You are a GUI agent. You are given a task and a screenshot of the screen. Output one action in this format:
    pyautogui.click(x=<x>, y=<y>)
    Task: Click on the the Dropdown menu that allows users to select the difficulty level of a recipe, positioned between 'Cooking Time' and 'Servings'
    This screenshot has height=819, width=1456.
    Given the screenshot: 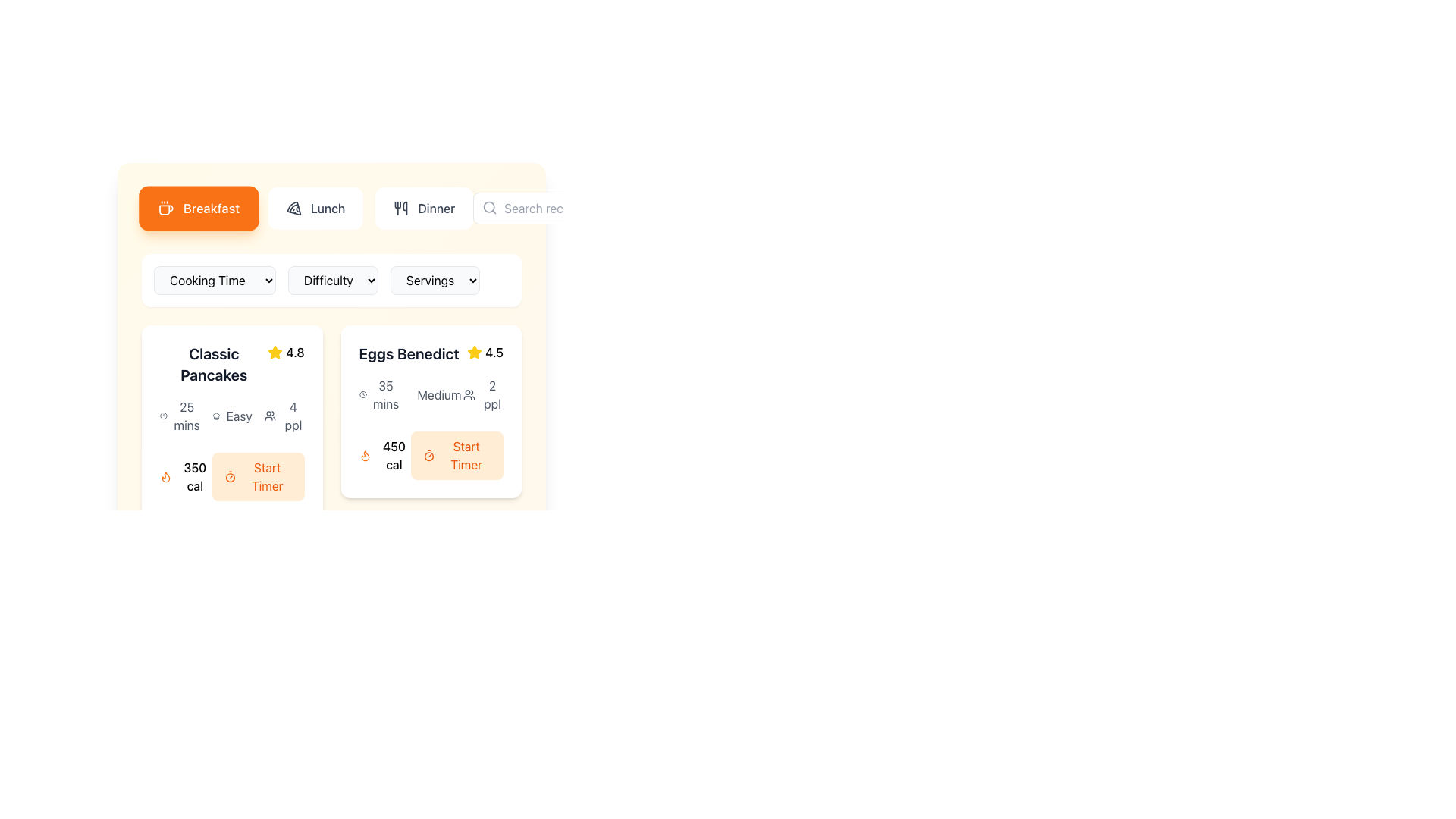 What is the action you would take?
    pyautogui.click(x=332, y=281)
    